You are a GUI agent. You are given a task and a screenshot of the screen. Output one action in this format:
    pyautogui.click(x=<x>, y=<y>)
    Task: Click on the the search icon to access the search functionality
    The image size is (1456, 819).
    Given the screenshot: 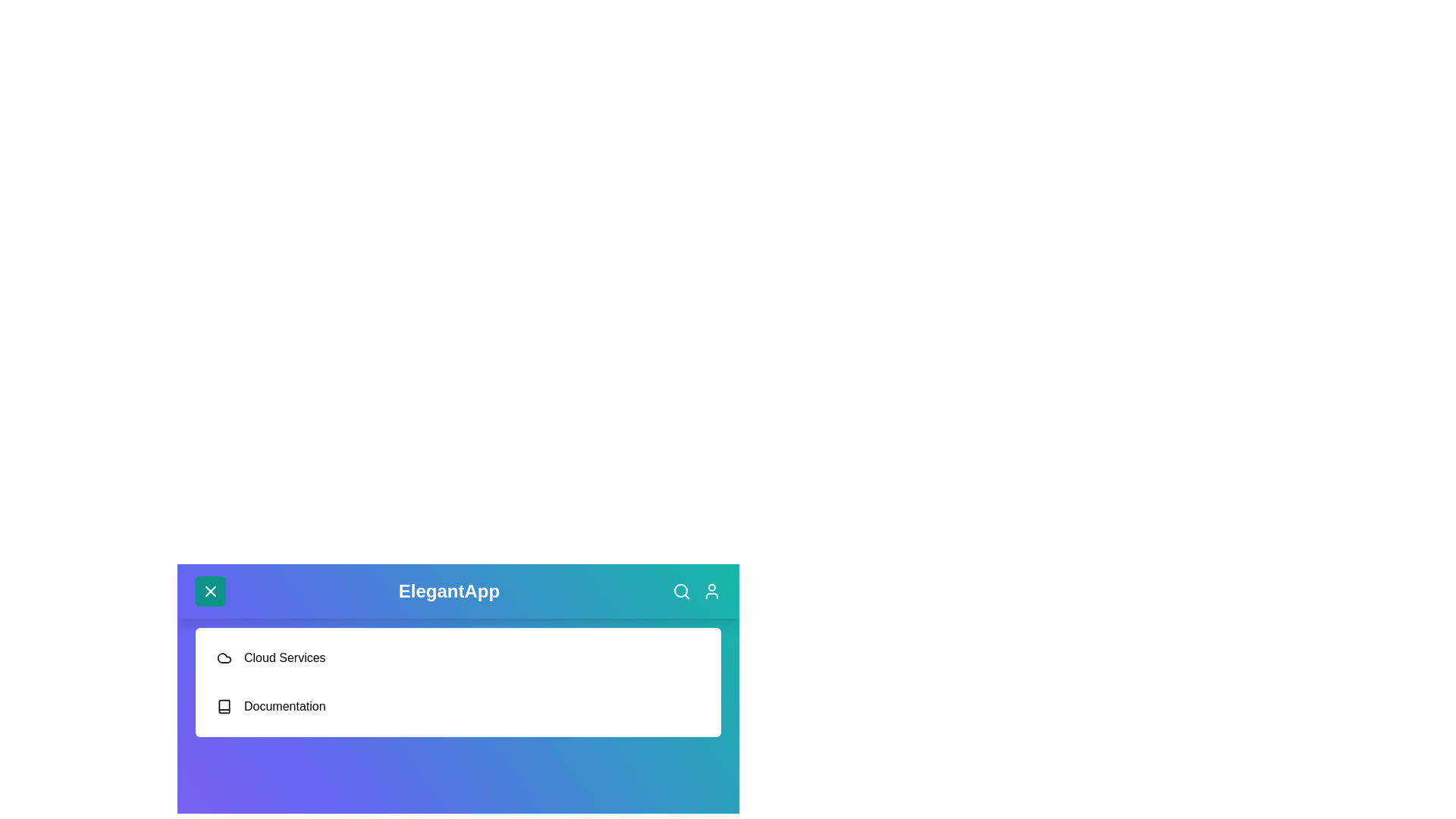 What is the action you would take?
    pyautogui.click(x=680, y=590)
    